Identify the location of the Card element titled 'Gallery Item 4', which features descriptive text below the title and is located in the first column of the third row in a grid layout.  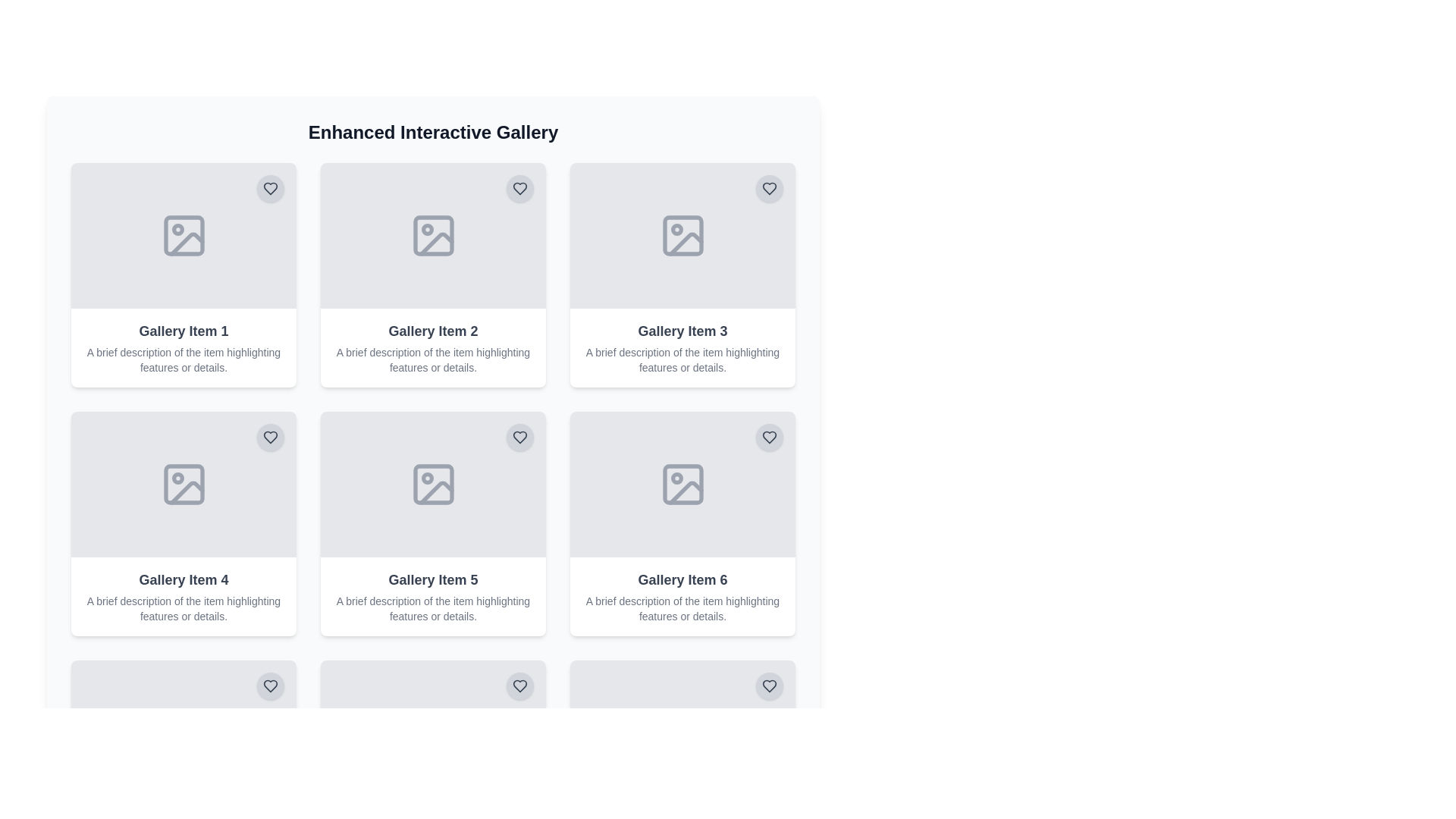
(183, 595).